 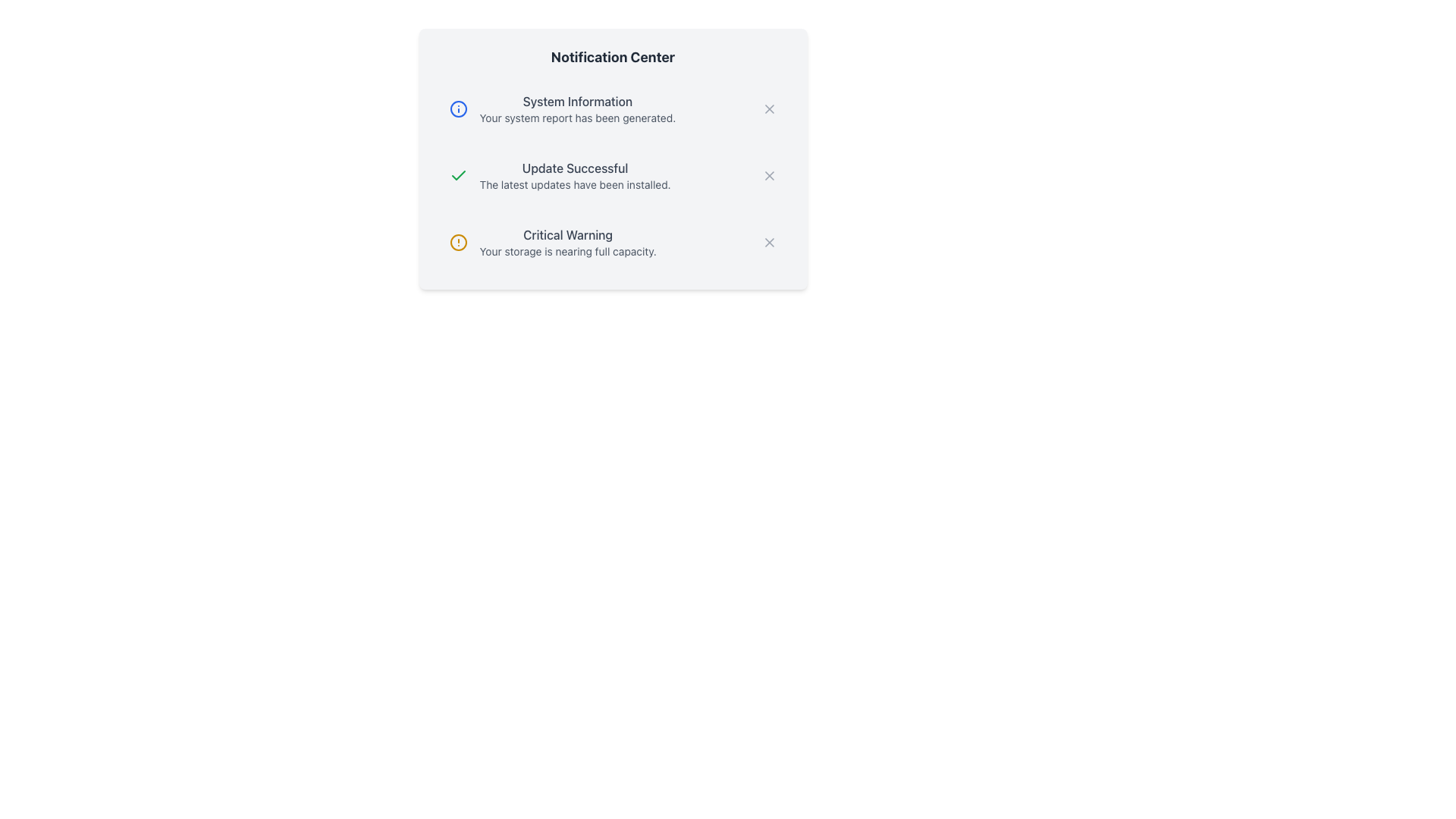 What do you see at coordinates (457, 174) in the screenshot?
I see `the icon indicating the successful update status in the second notification item of the Notification Center, located next to the text 'Update Successful.'` at bounding box center [457, 174].